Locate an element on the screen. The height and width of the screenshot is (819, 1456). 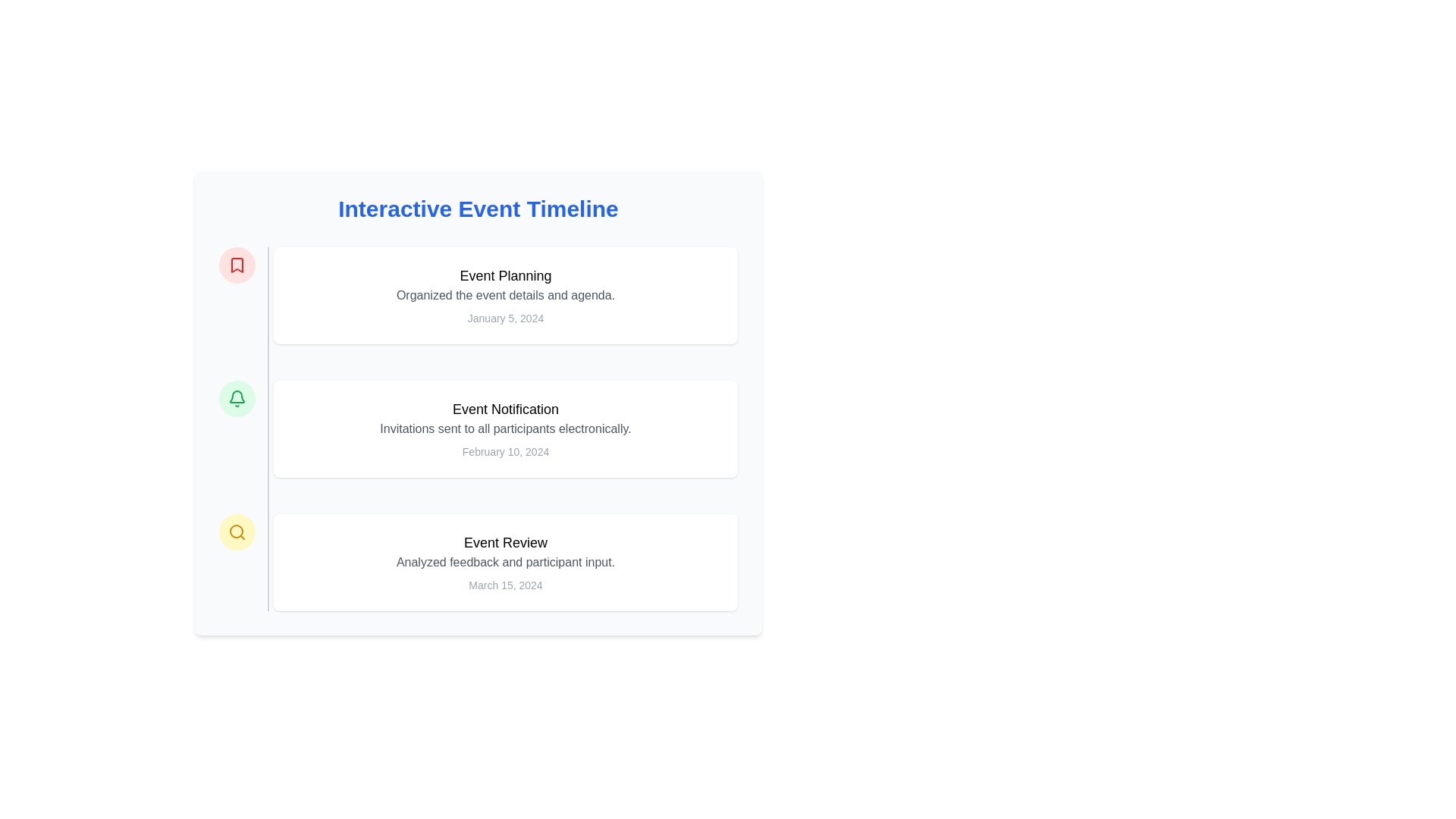
the bookmark icon located at the top-left corner of the interface, aligned with the 'Interactive Event Timeline' title is located at coordinates (236, 265).